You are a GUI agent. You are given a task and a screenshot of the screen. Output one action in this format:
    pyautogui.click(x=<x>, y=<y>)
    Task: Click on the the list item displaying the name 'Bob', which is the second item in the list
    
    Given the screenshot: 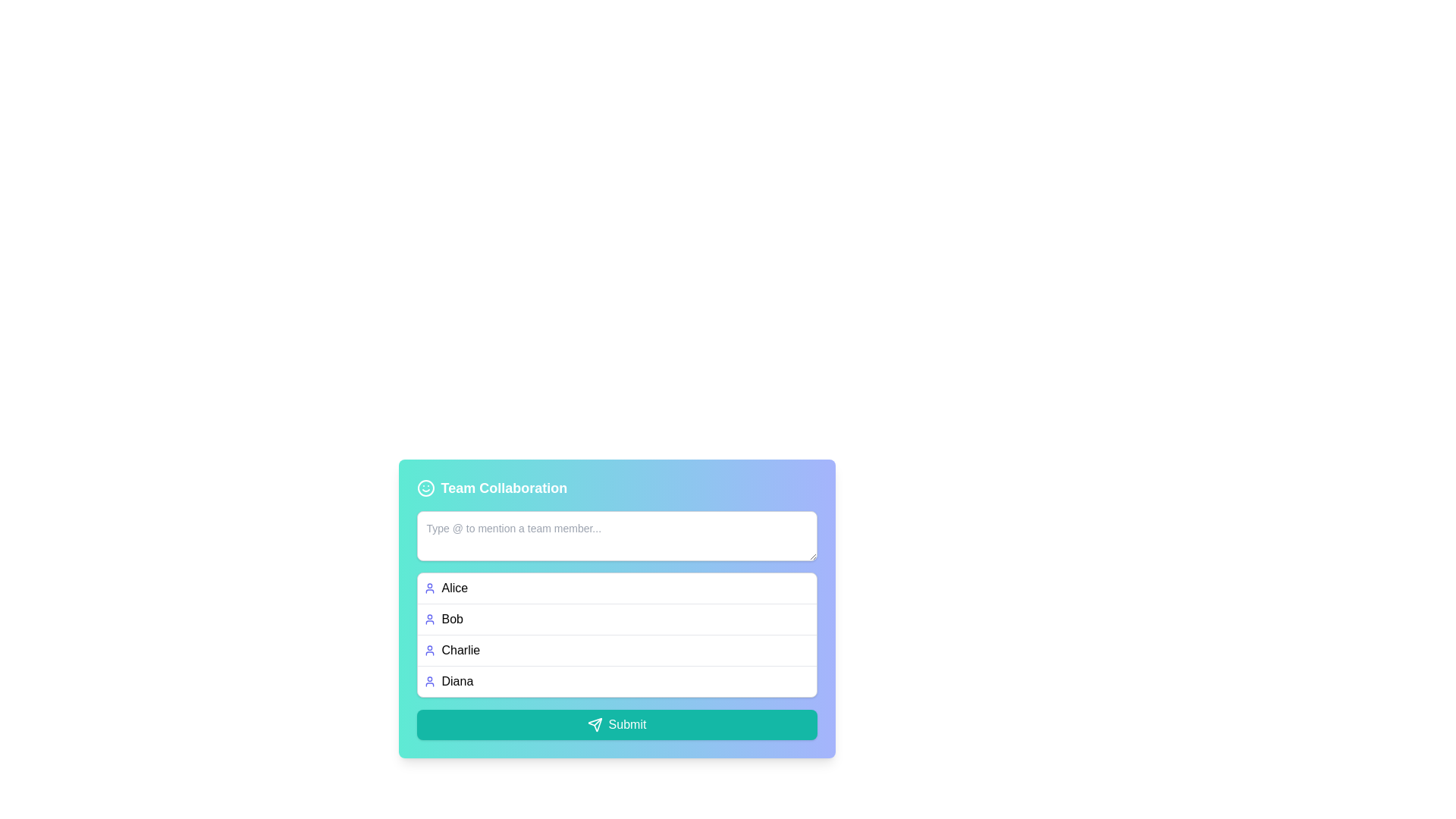 What is the action you would take?
    pyautogui.click(x=617, y=619)
    